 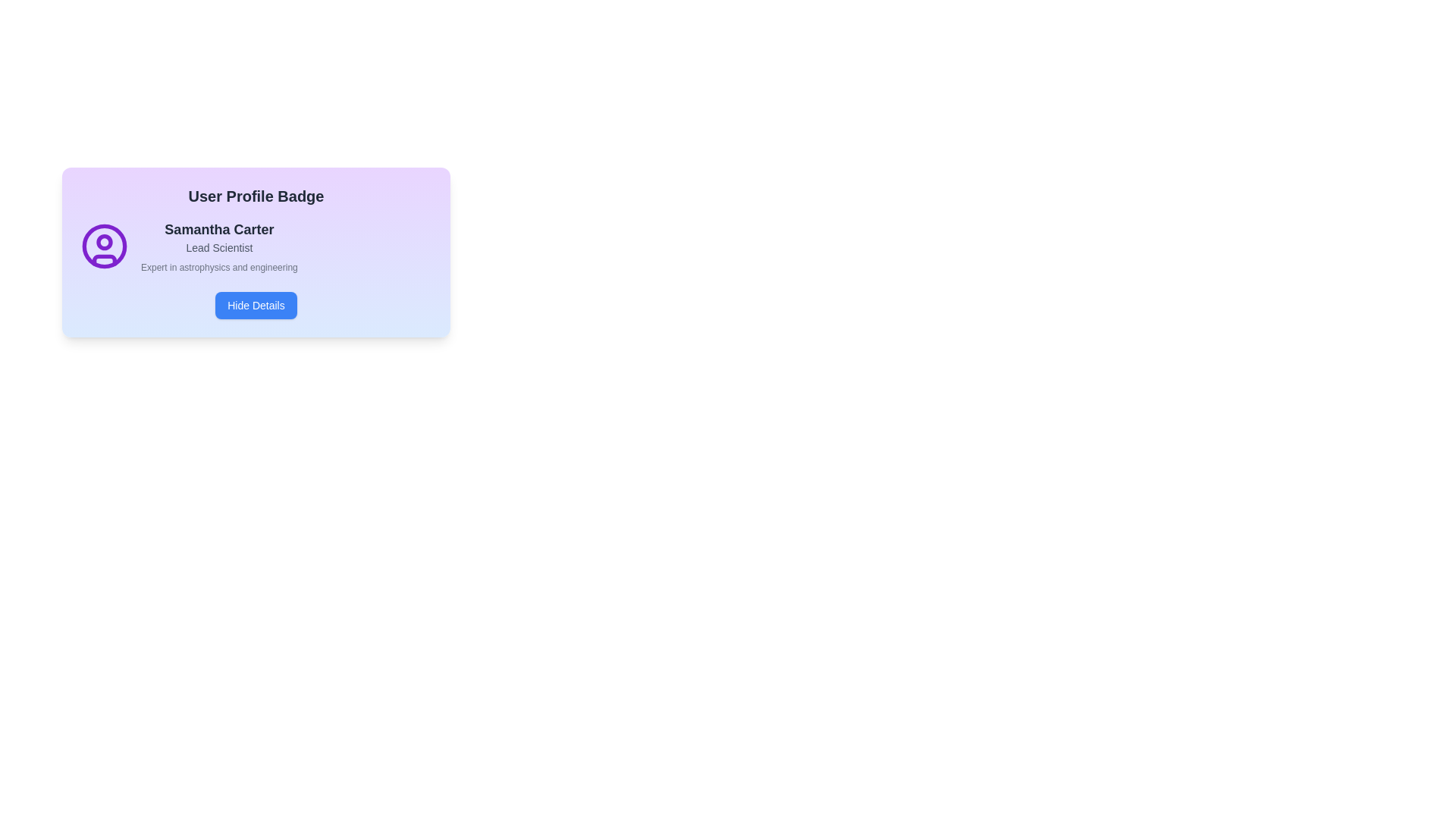 What do you see at coordinates (218, 230) in the screenshot?
I see `the text label 'Samantha Carter', which is styled prominently in bold, large-sized font and gray color, located directly under a circular user profile icon in the profile information section` at bounding box center [218, 230].